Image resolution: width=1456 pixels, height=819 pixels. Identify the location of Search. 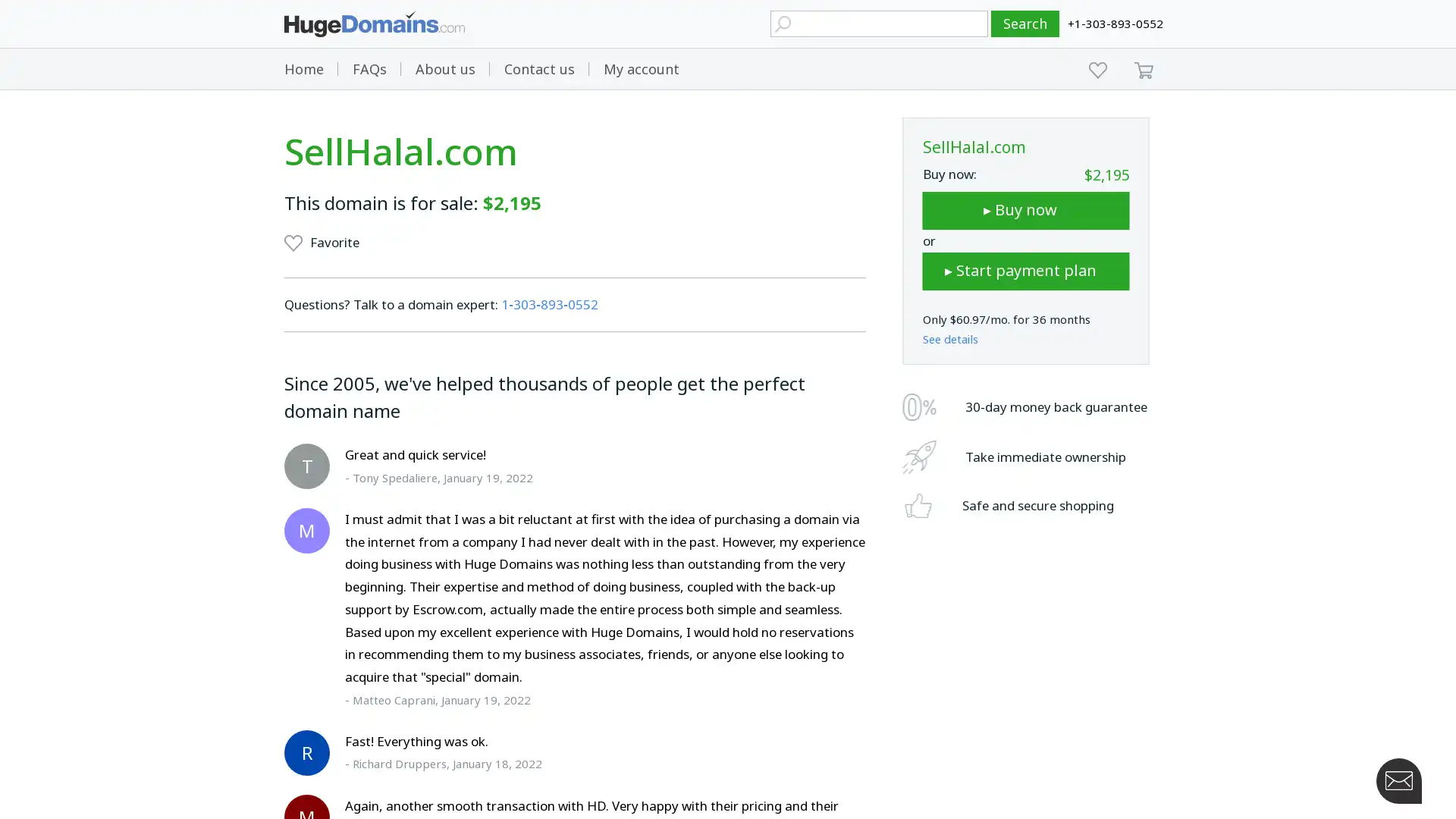
(1025, 24).